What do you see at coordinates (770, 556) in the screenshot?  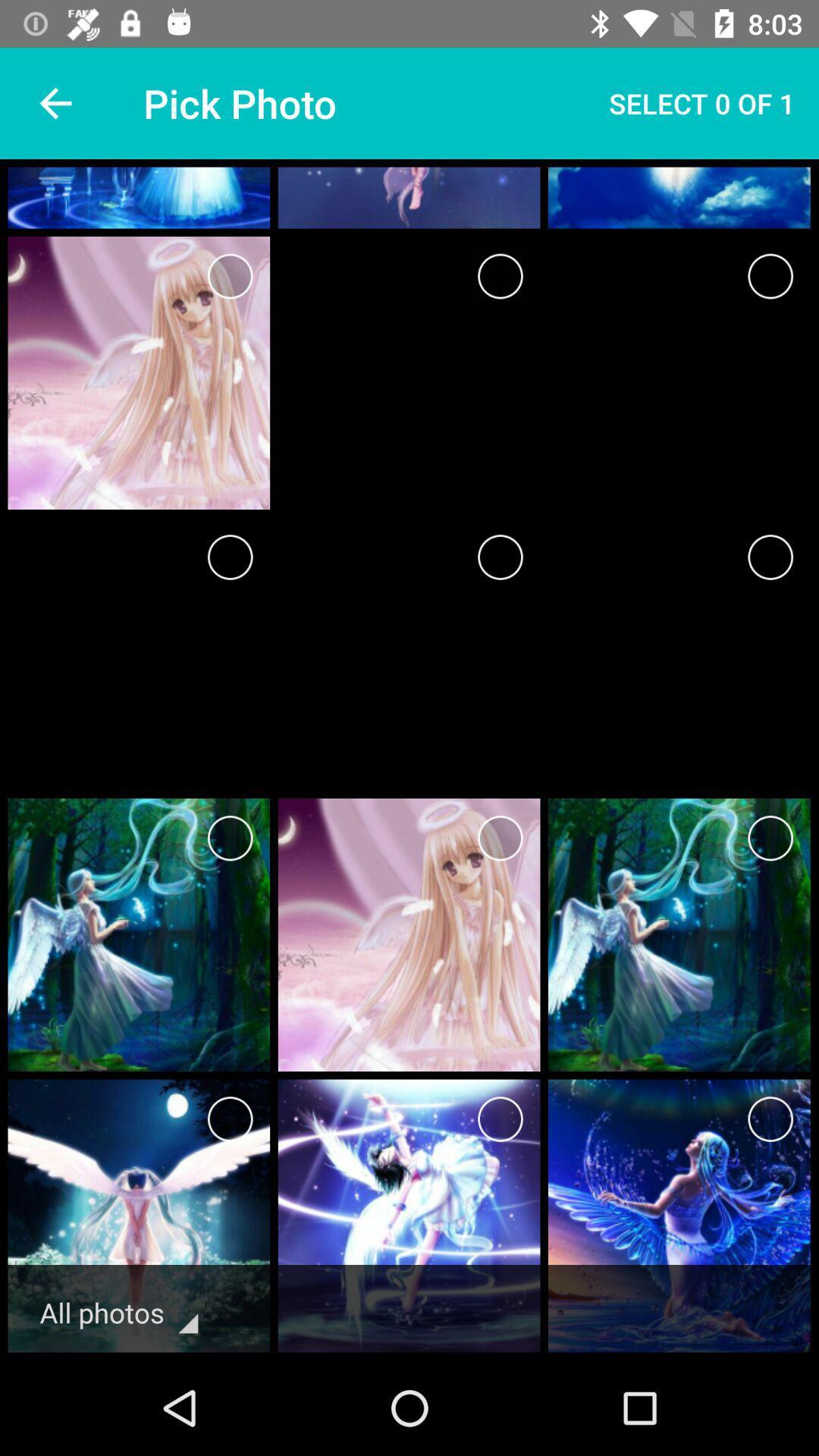 I see `selection option` at bounding box center [770, 556].